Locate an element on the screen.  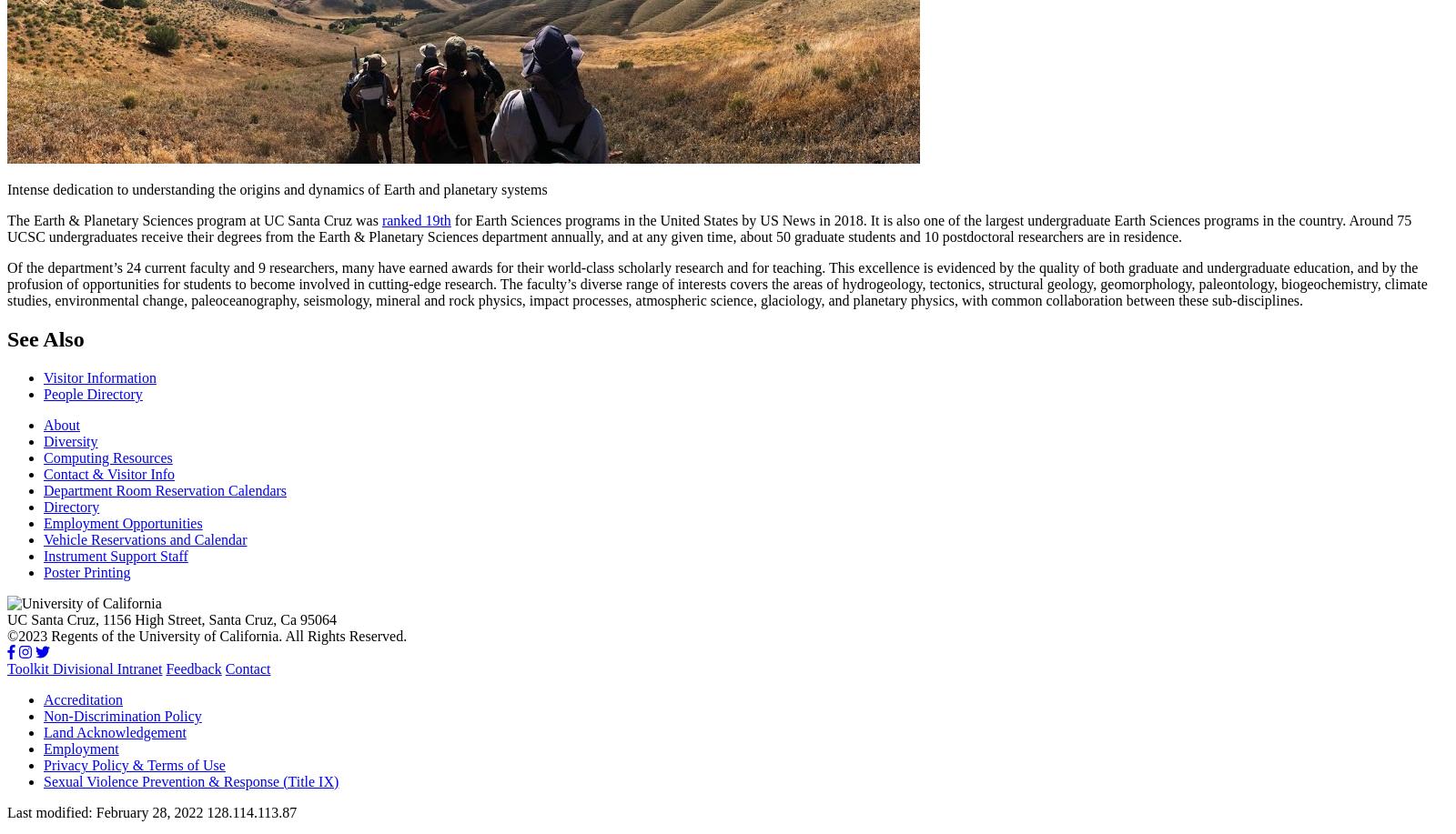
'Vehicle Reservations and Calendar' is located at coordinates (144, 538).